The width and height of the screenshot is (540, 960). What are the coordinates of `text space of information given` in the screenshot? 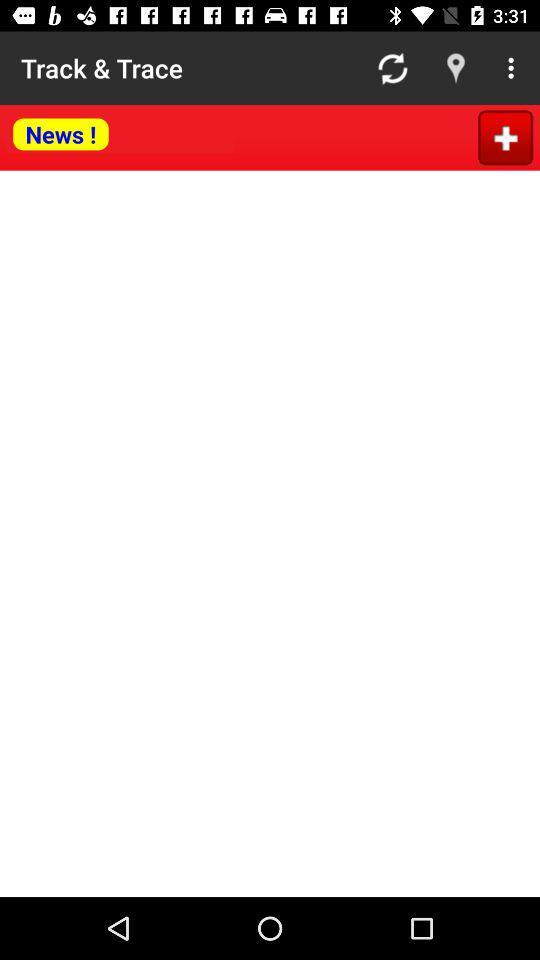 It's located at (270, 532).